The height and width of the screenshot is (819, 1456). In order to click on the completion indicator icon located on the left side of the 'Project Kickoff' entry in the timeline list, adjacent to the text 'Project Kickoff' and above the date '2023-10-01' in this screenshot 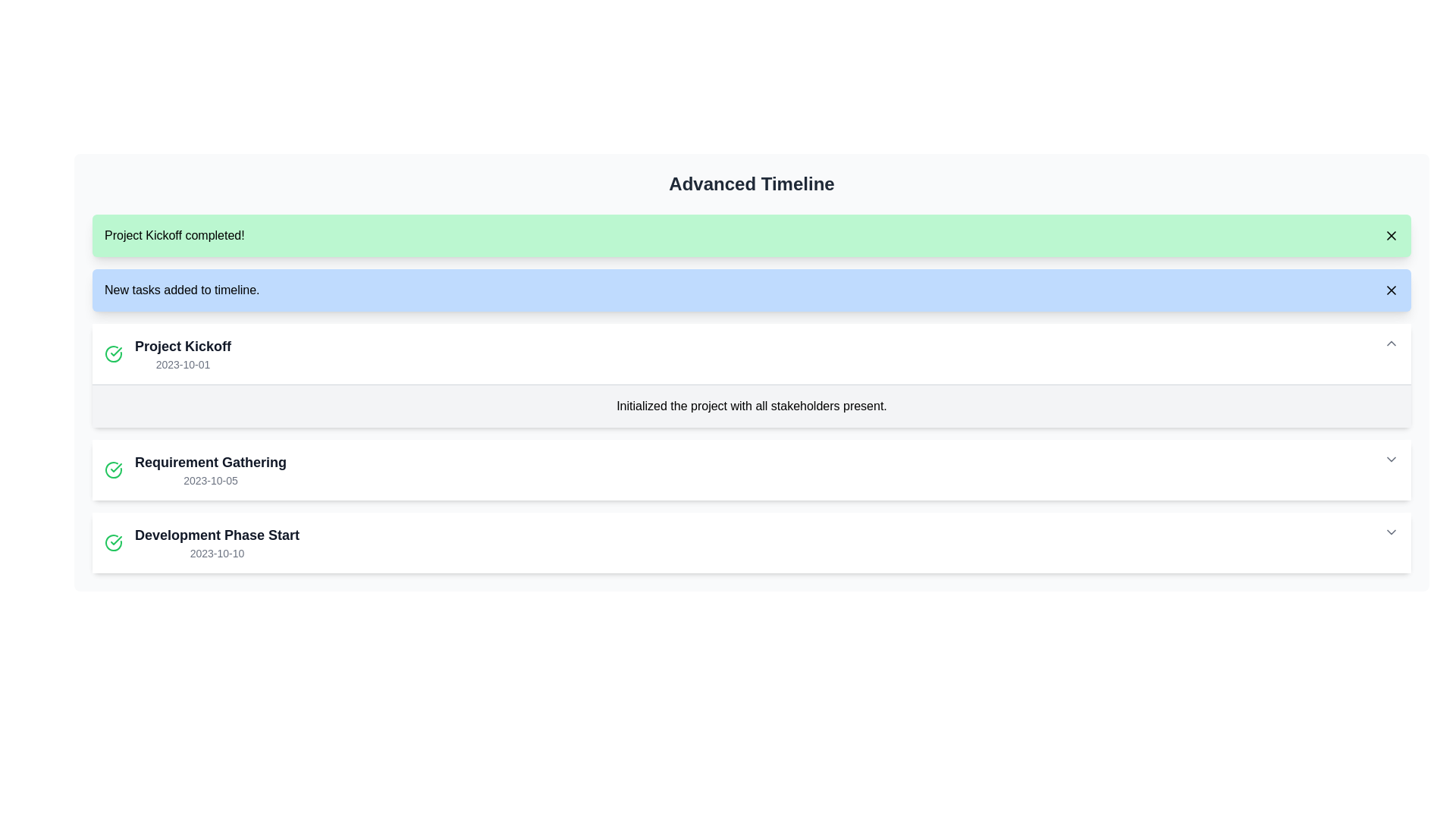, I will do `click(112, 353)`.